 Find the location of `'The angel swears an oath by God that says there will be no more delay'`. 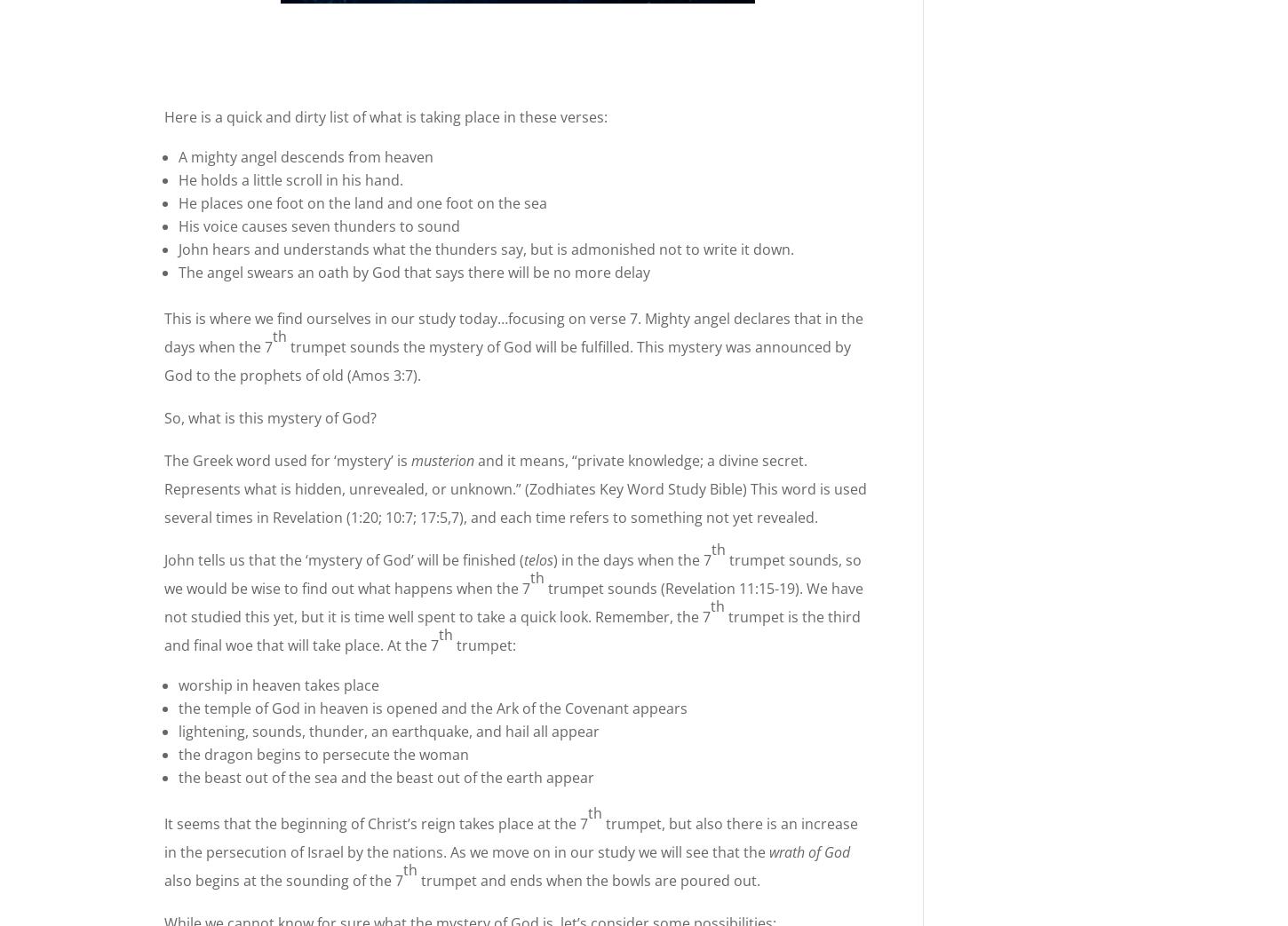

'The angel swears an oath by God that says there will be no more delay' is located at coordinates (413, 271).